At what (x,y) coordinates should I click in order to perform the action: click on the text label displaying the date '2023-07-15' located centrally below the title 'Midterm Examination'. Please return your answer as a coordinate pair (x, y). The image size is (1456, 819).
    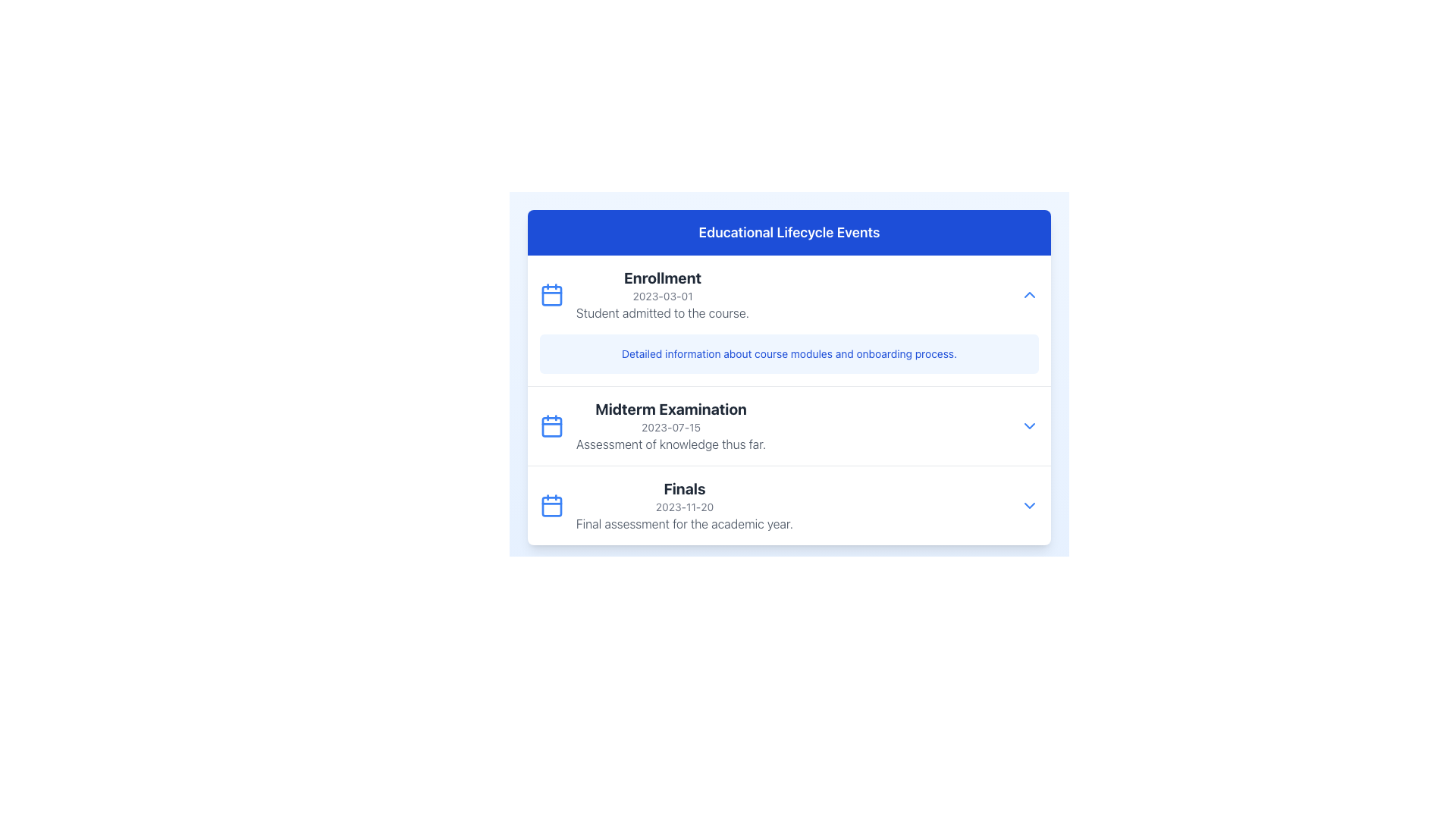
    Looking at the image, I should click on (670, 427).